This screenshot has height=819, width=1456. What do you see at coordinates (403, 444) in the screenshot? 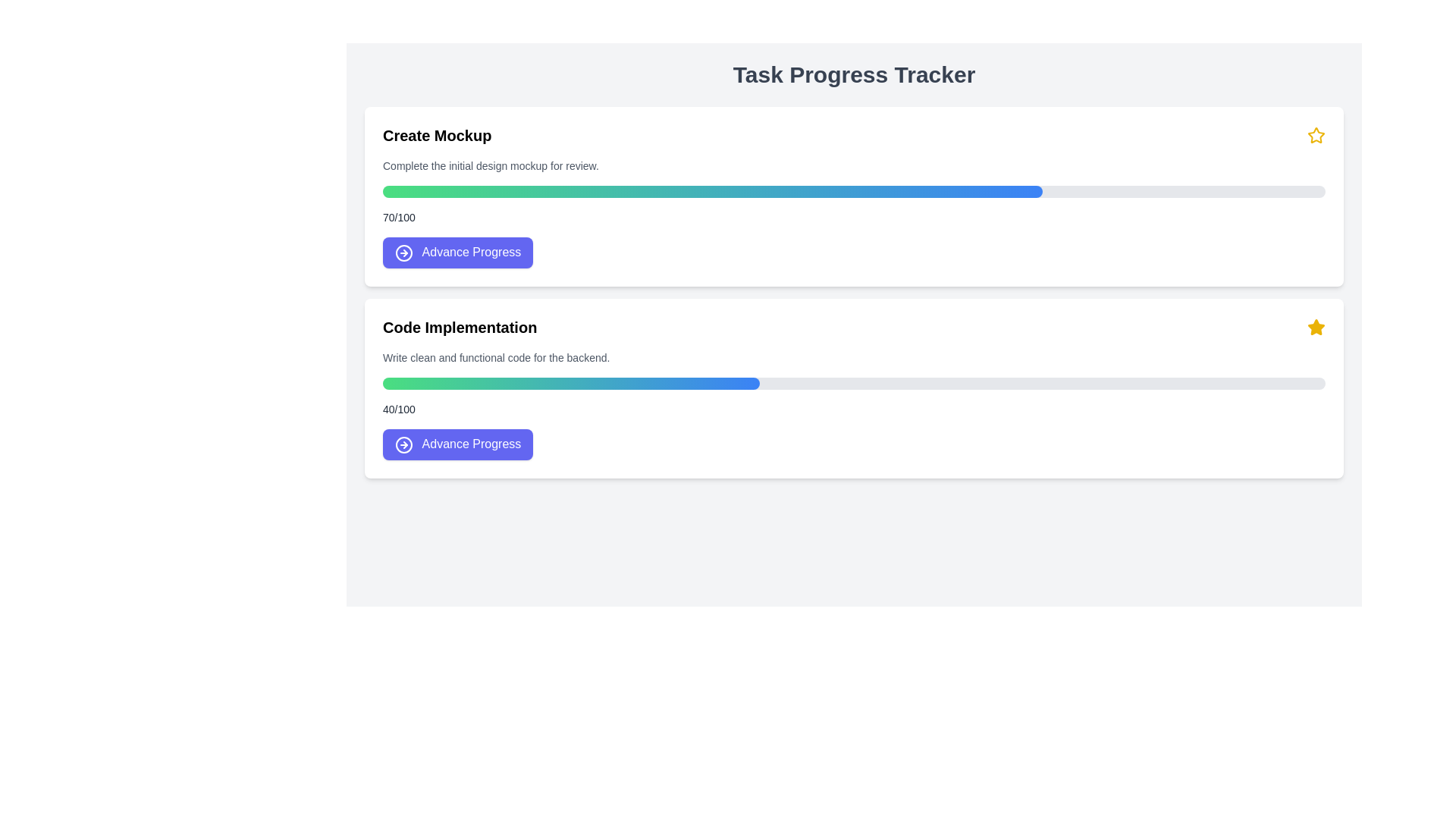
I see `the circular icon with a blue outline and a right-pointing arrow, located within the 'Advance Progress' button of the 'Code Implementation' task card` at bounding box center [403, 444].